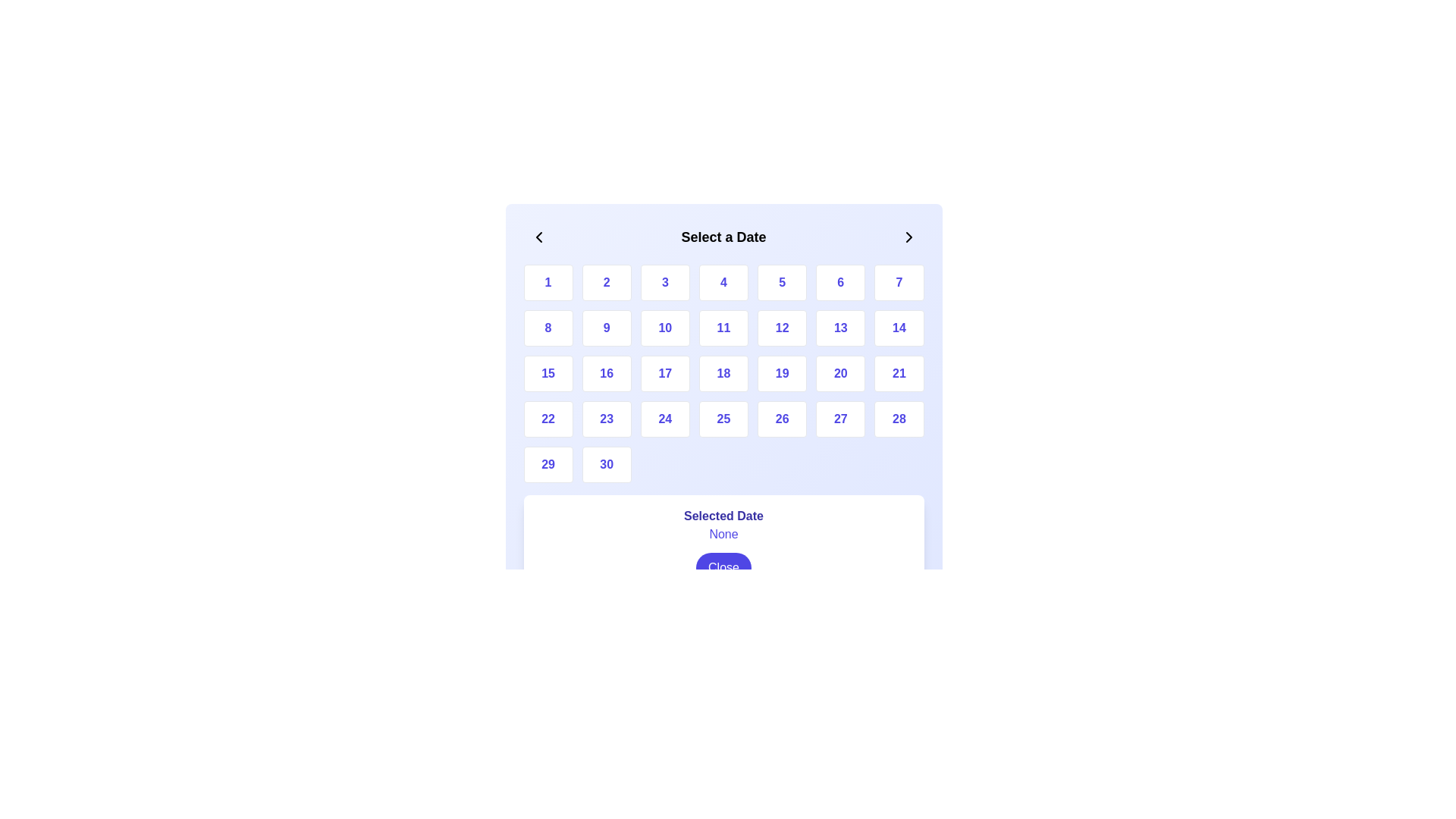 This screenshot has height=819, width=1456. I want to click on the white rectangular button with rounded edges containing the number '27' in indigo text, so click(839, 419).